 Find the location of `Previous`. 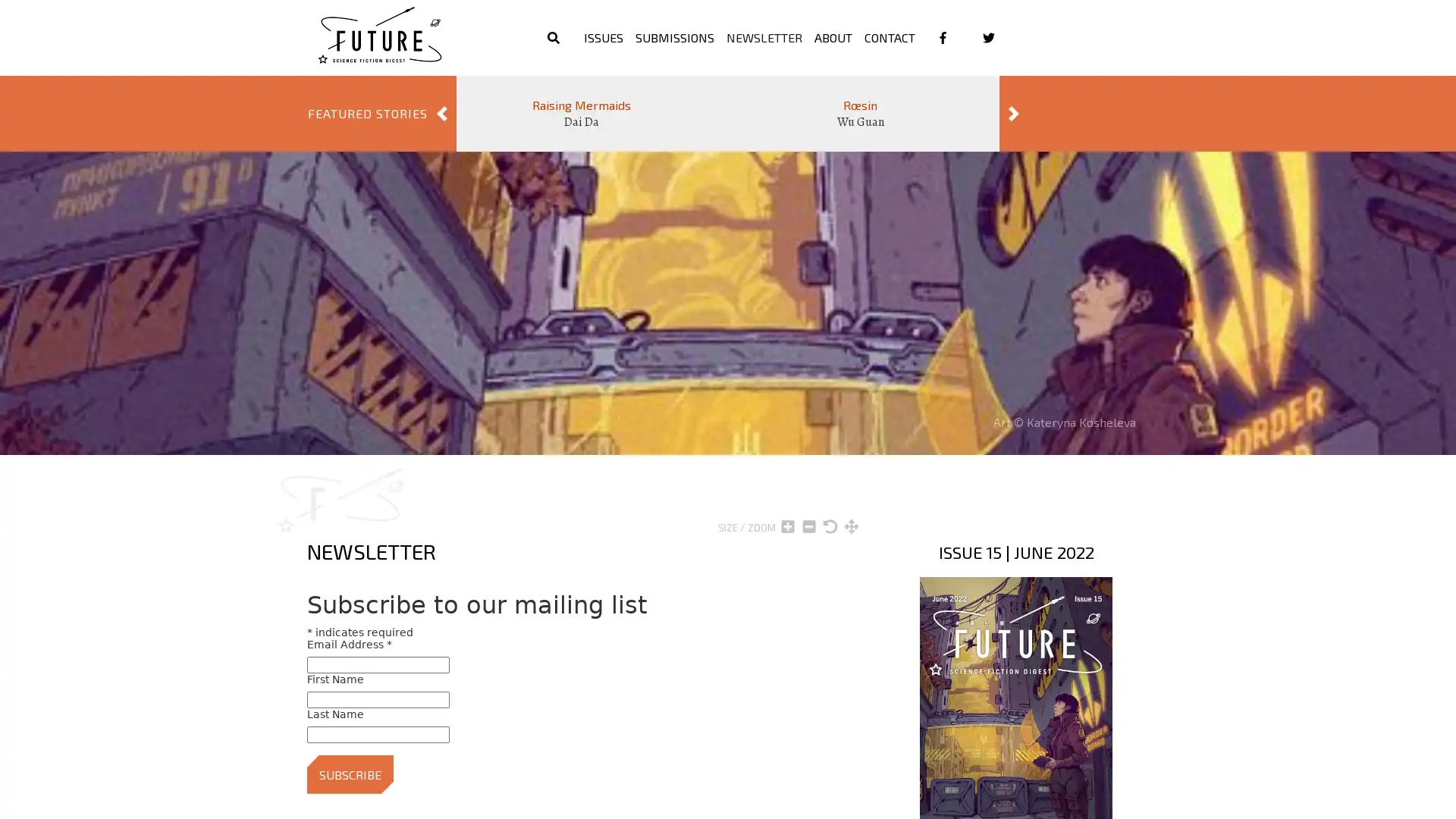

Previous is located at coordinates (441, 113).